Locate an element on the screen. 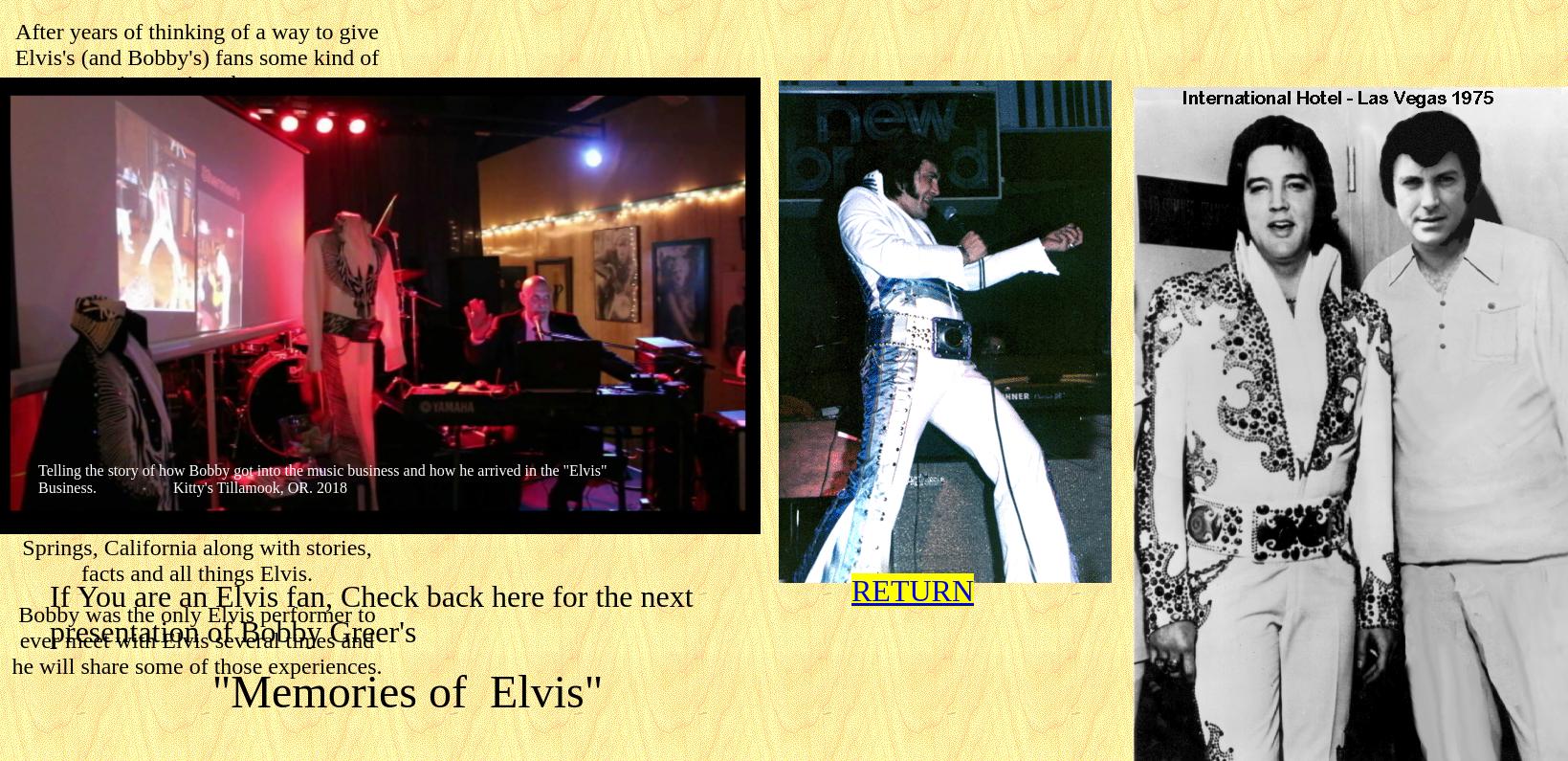  'with Elvis 
in Las Vegas and Palm Springs, California along with stories, facts and all 
things Elvis.' is located at coordinates (195, 548).